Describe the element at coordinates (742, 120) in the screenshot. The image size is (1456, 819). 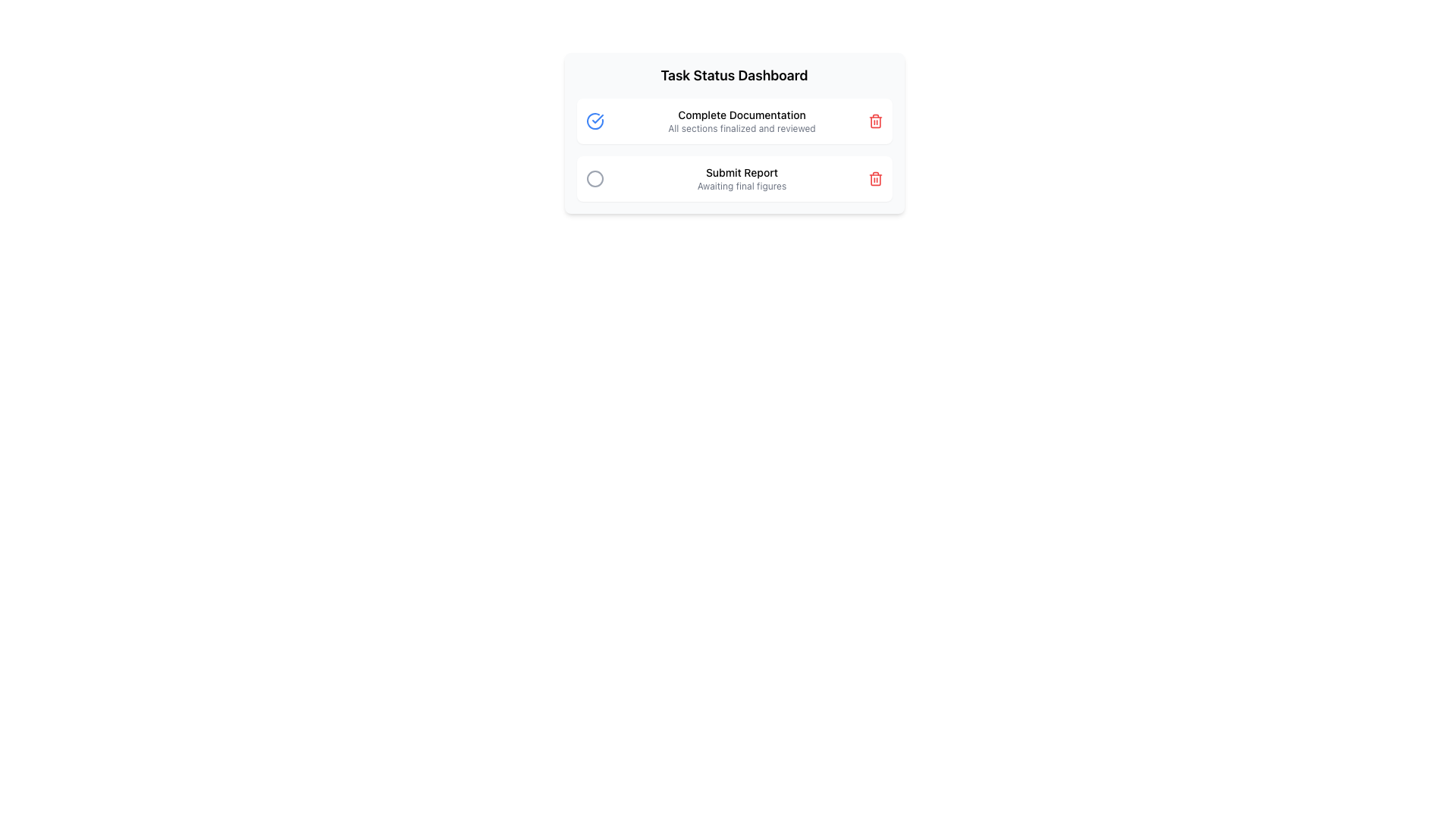
I see `text displayed in the central text block of the first card in the vertical list on the 'Task Status Dashboard' interface` at that location.